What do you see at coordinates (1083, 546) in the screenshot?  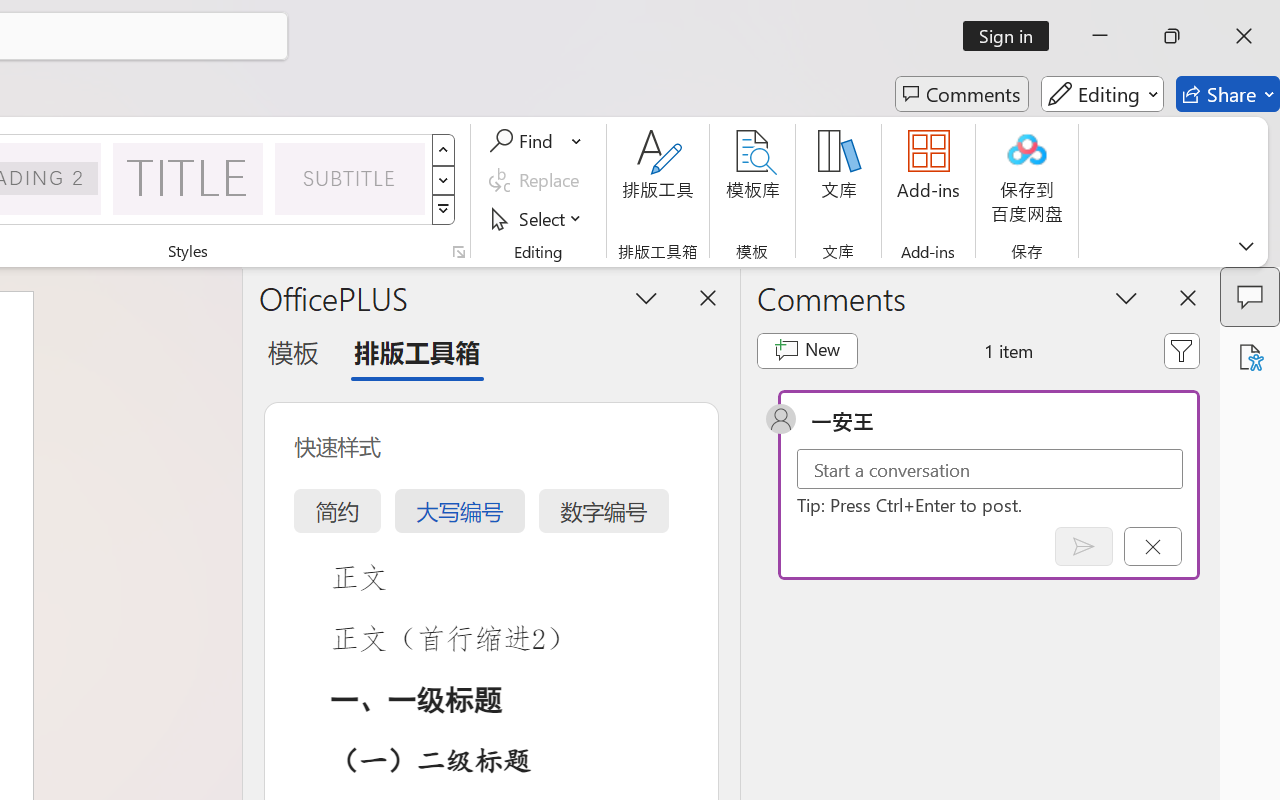 I see `'Post comment (Ctrl + Enter)'` at bounding box center [1083, 546].